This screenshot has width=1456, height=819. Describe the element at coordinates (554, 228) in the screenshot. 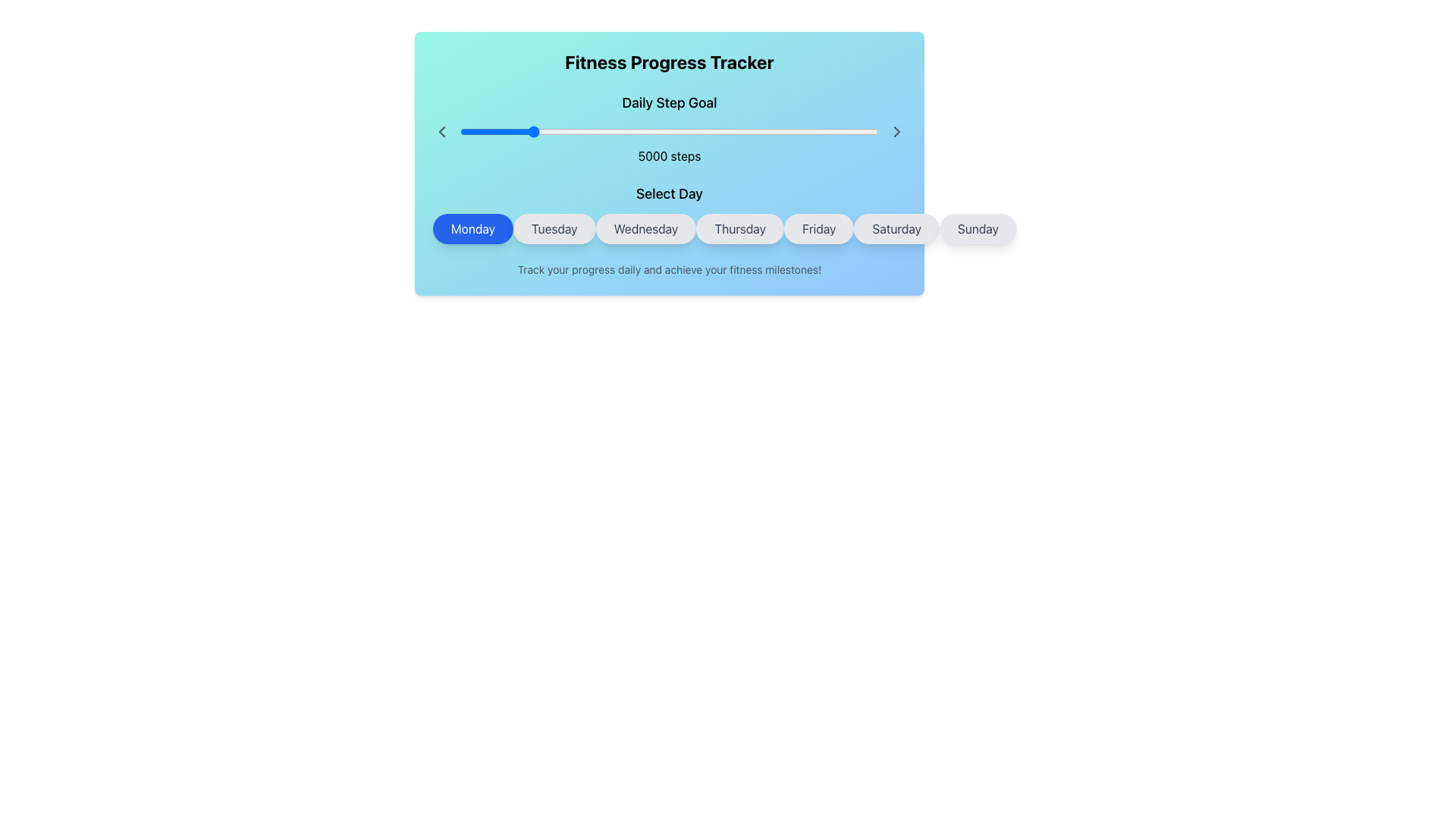

I see `the 'Tuesday' button using keyboard navigation` at that location.